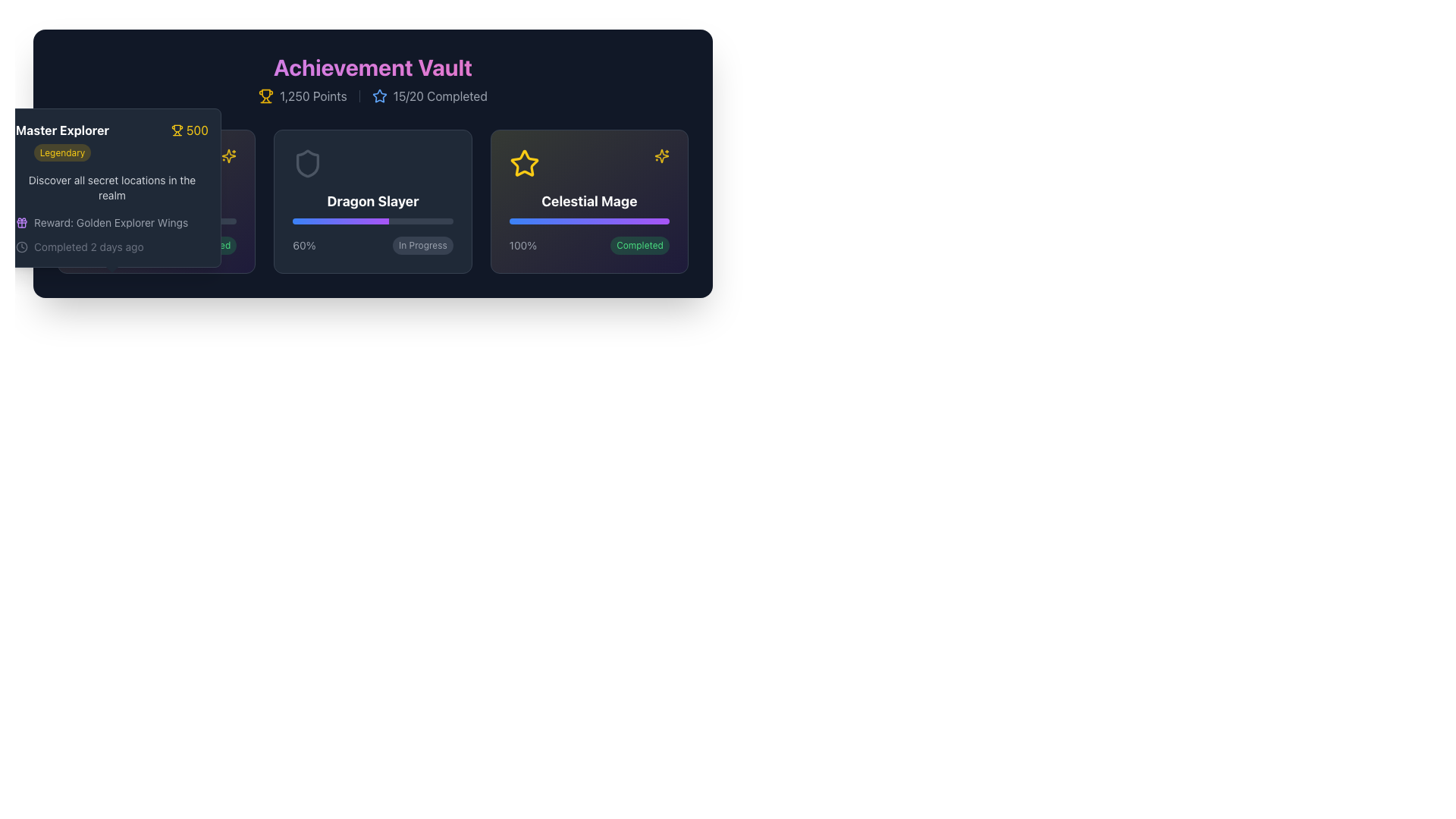  I want to click on the static text label displaying '60%' which is styled in gray and positioned to the left of the 'In Progress' label in the second card of a three-card layout, so click(303, 245).